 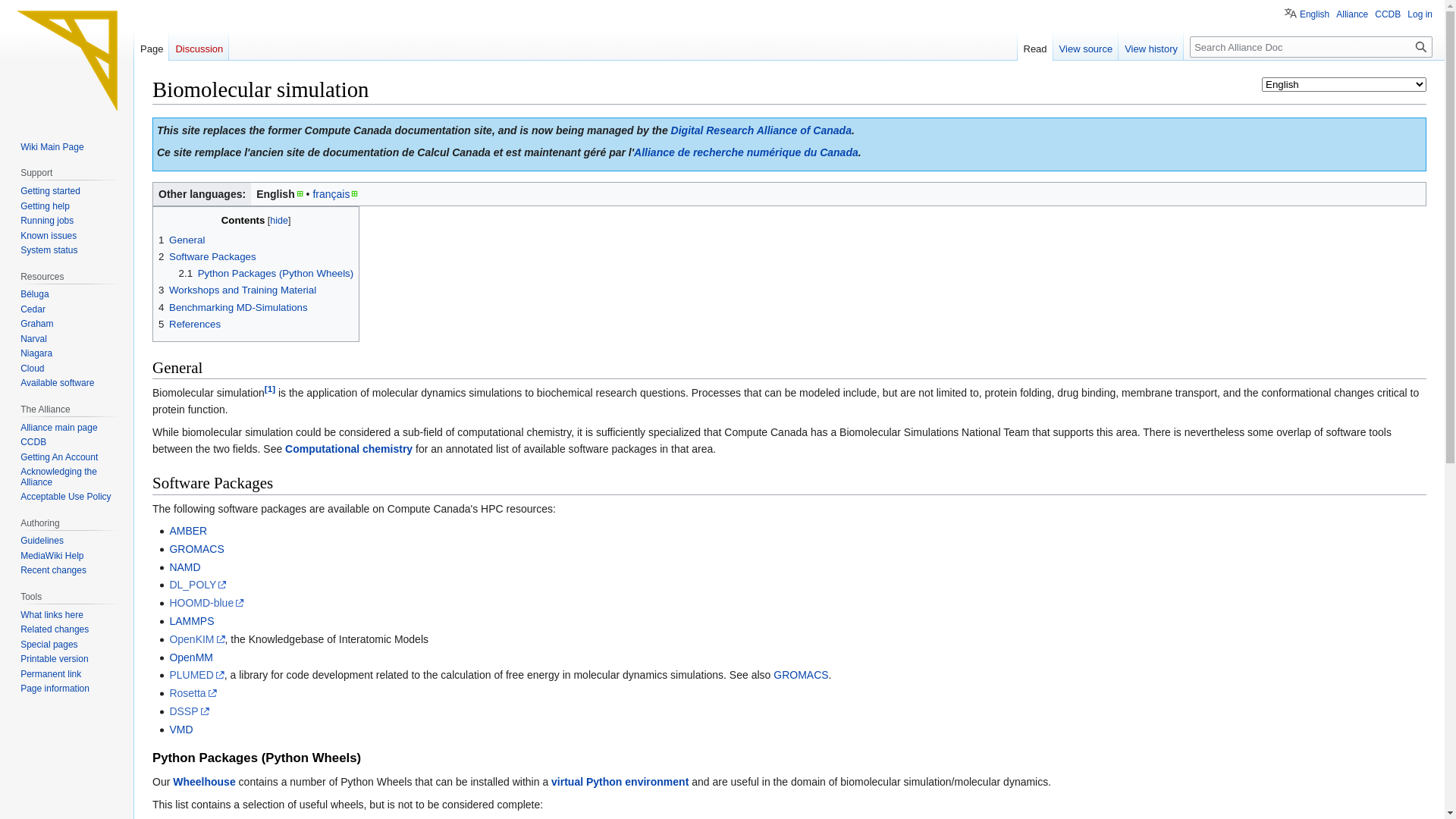 I want to click on 'Running jobs', so click(x=47, y=220).